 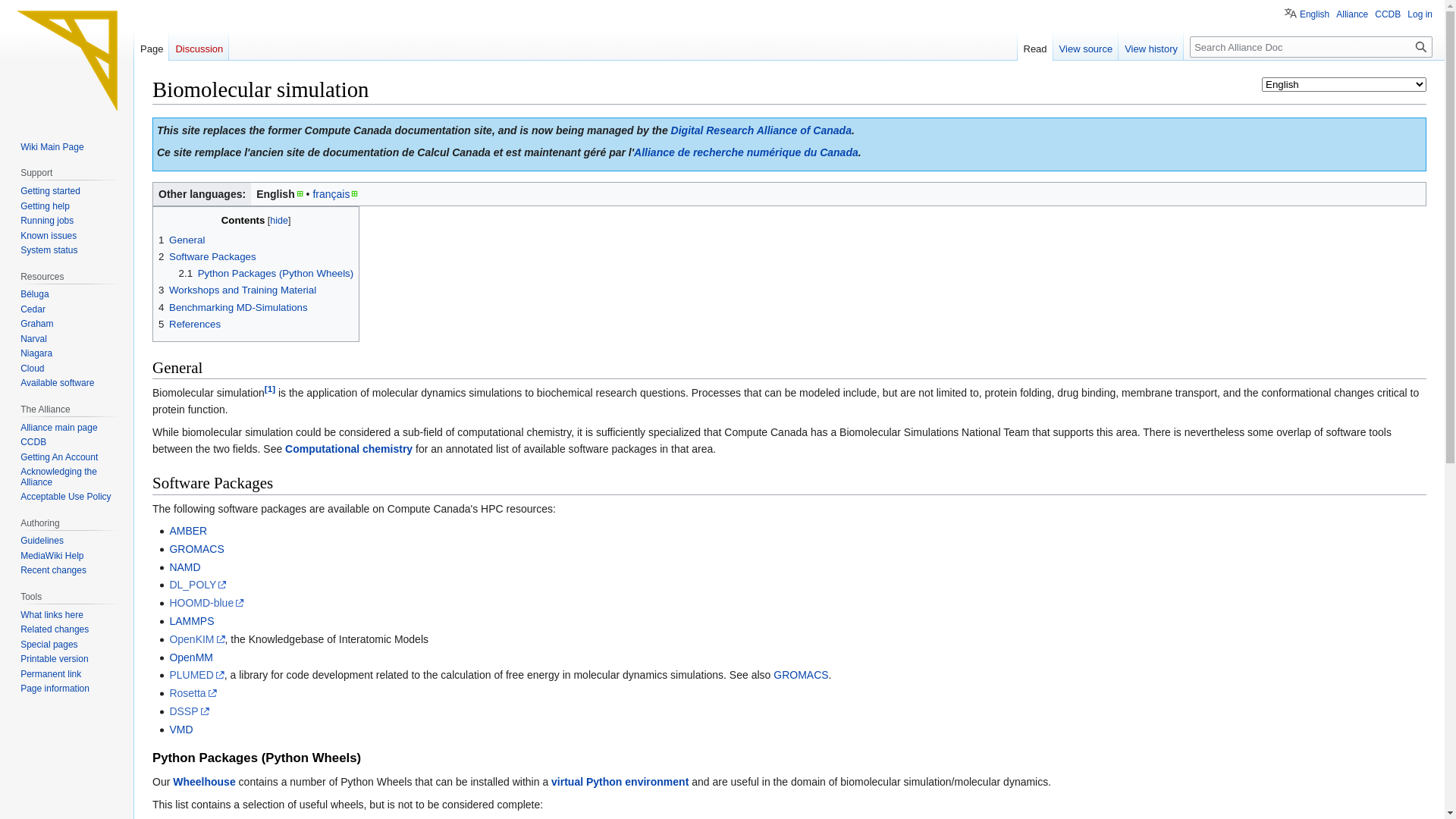 I want to click on 'Running jobs', so click(x=47, y=220).